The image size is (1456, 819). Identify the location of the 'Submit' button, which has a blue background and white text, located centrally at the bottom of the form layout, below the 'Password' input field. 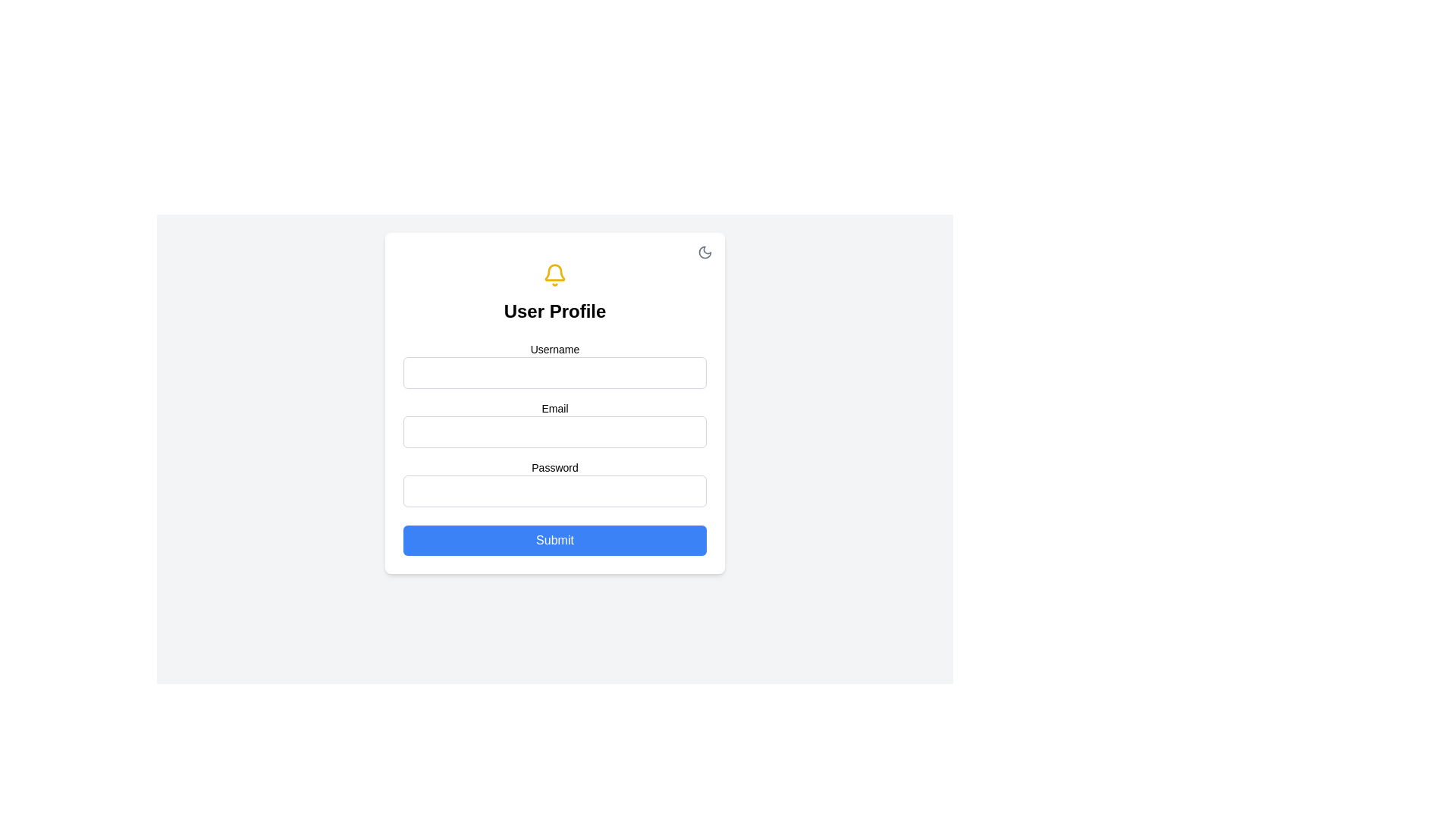
(554, 540).